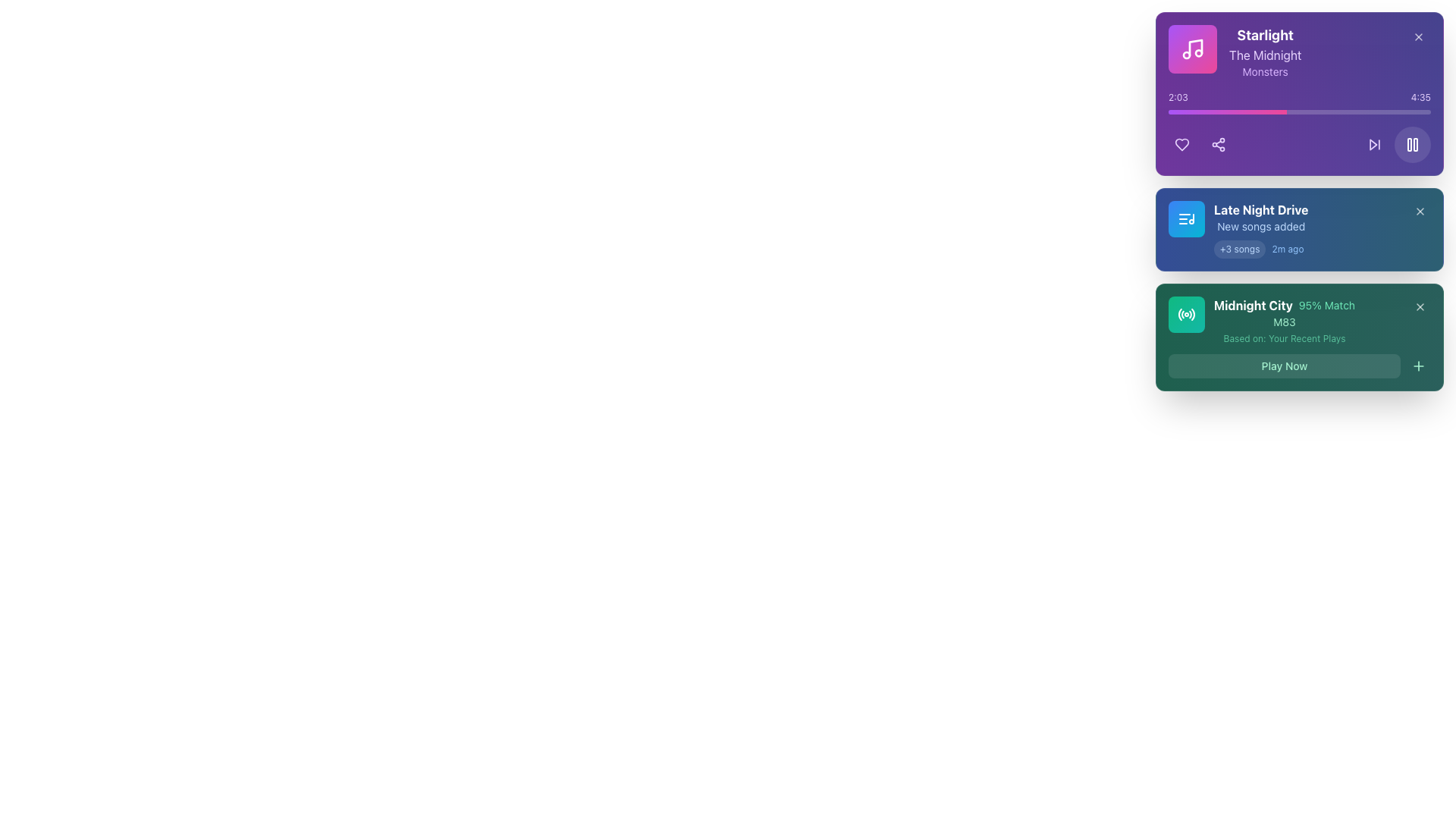 Image resolution: width=1456 pixels, height=819 pixels. Describe the element at coordinates (1373, 145) in the screenshot. I see `the triangular play icon filled with purple located in the uppermost 'Starlight' card on the left side of the SVG group` at that location.